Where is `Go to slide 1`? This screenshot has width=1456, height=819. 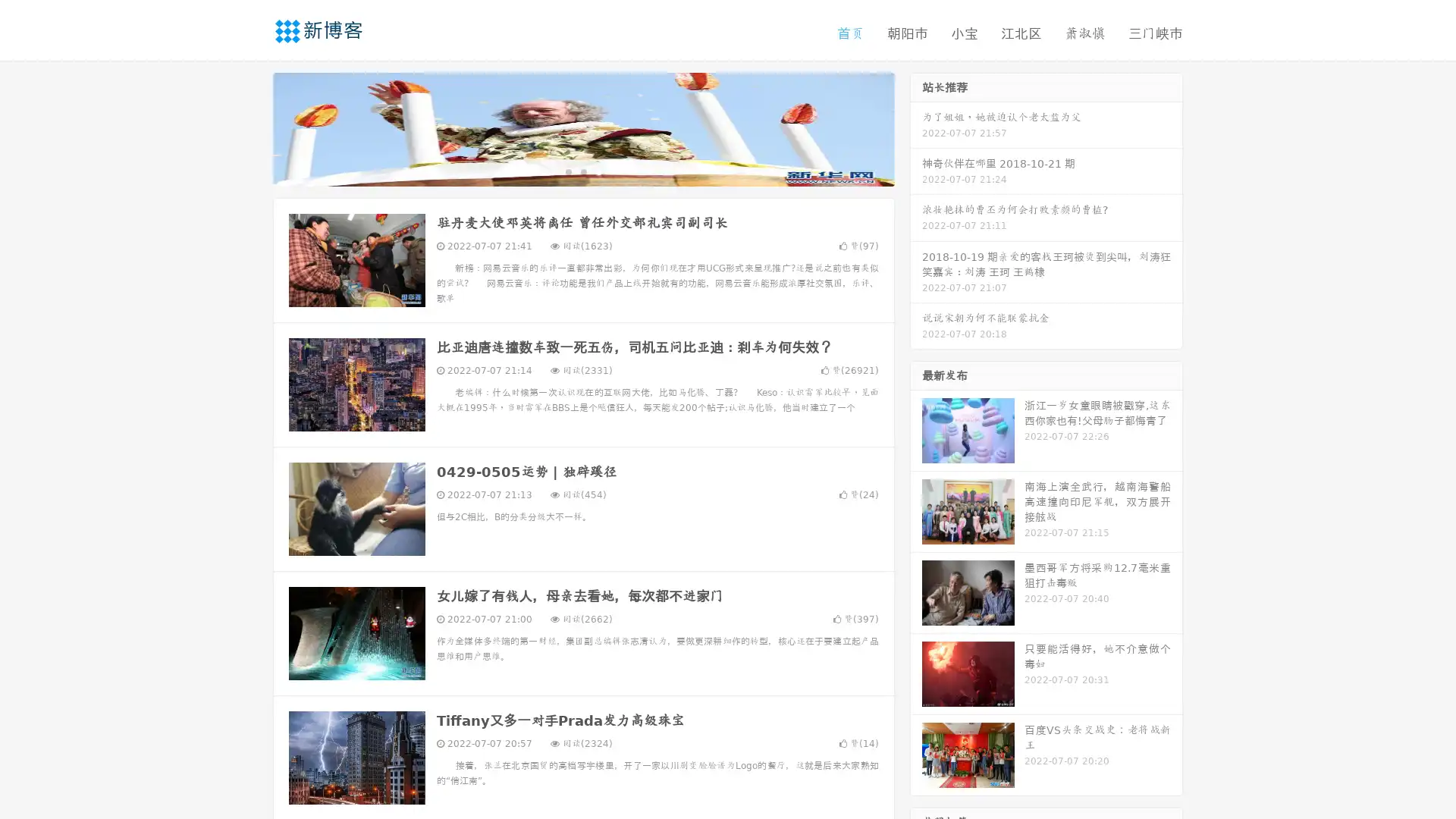 Go to slide 1 is located at coordinates (567, 171).